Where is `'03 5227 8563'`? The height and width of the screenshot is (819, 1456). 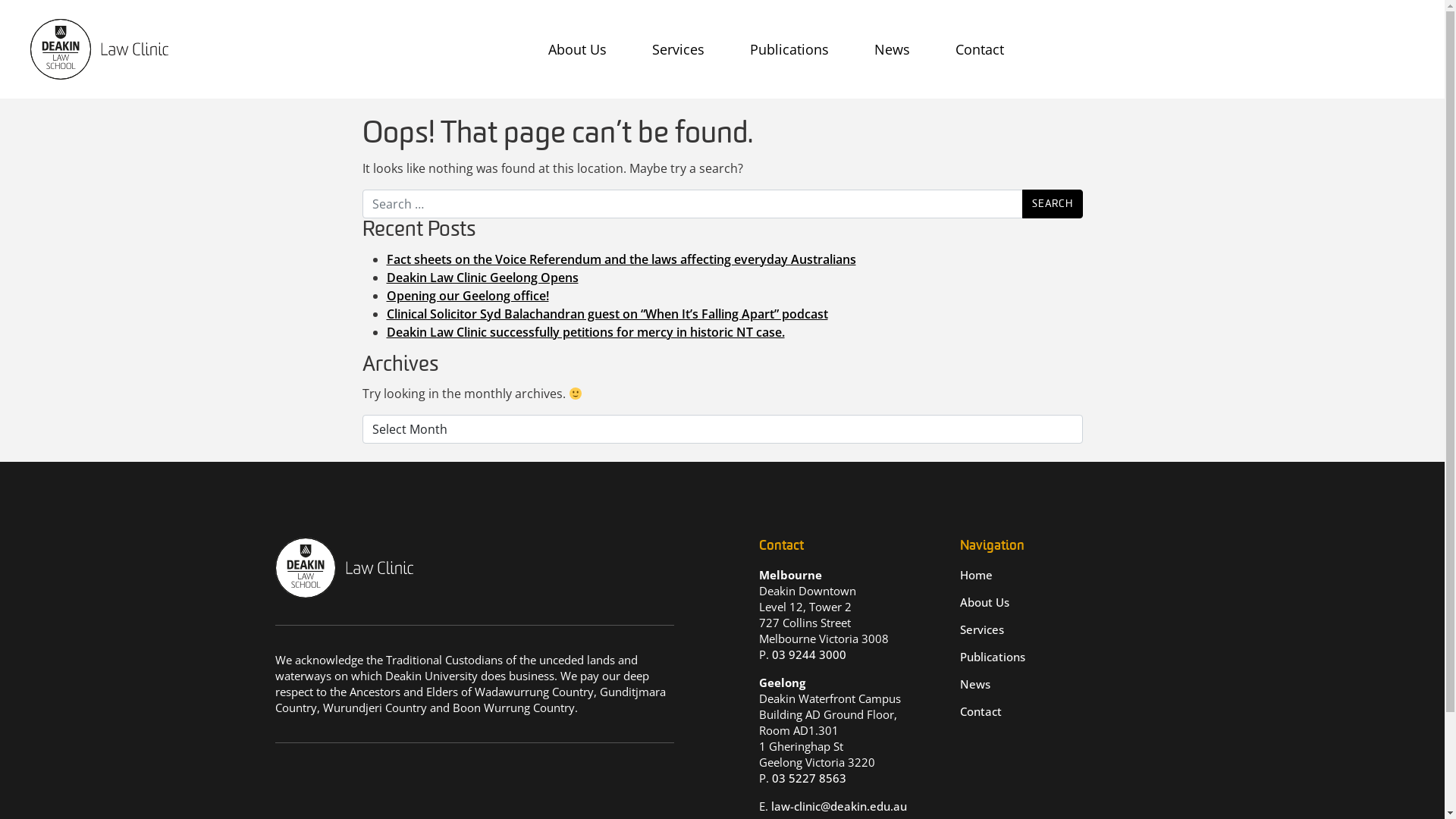
'03 5227 8563' is located at coordinates (808, 778).